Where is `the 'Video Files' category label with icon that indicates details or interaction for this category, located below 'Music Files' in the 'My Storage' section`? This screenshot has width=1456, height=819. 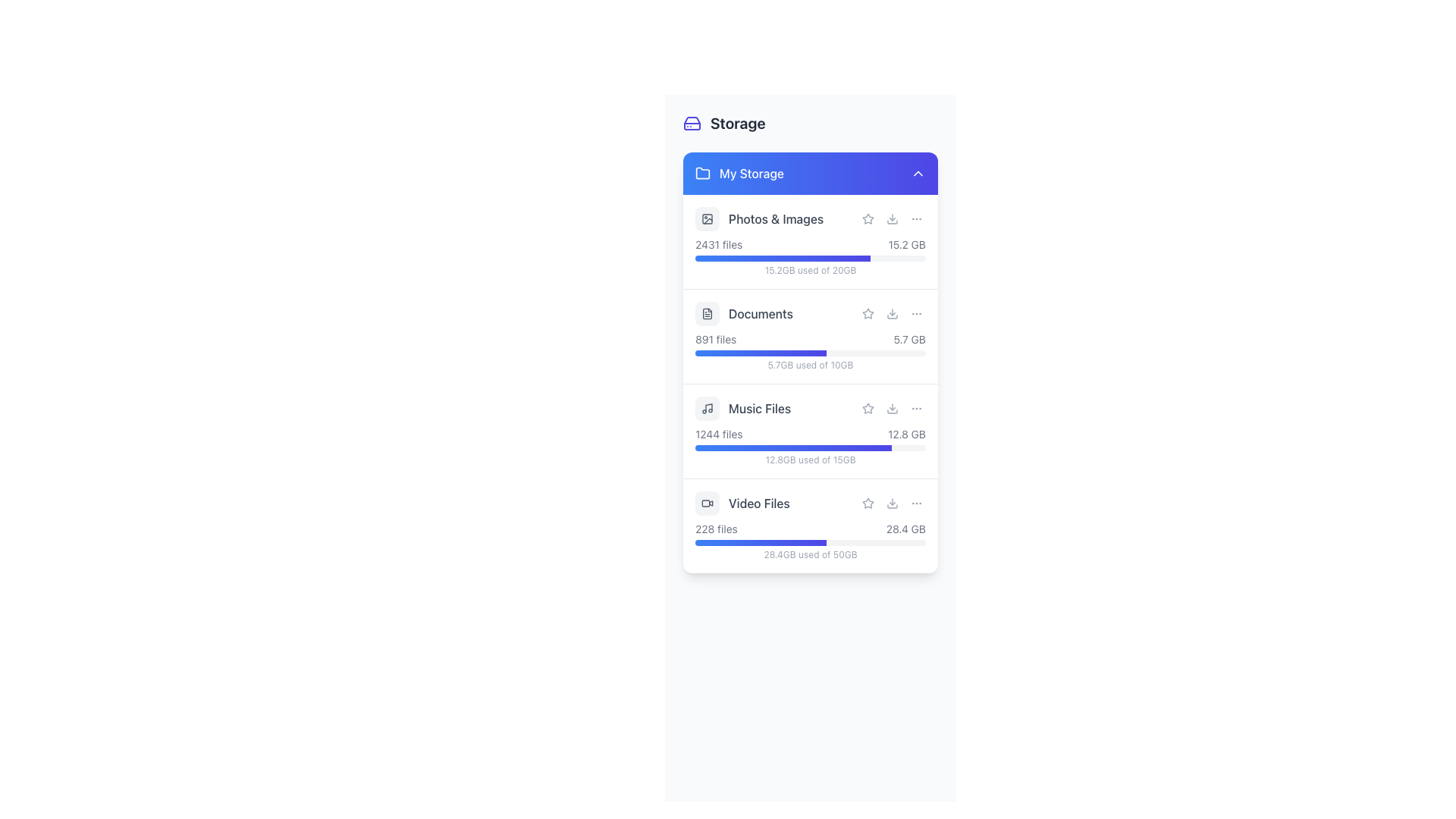 the 'Video Files' category label with icon that indicates details or interaction for this category, located below 'Music Files' in the 'My Storage' section is located at coordinates (742, 503).